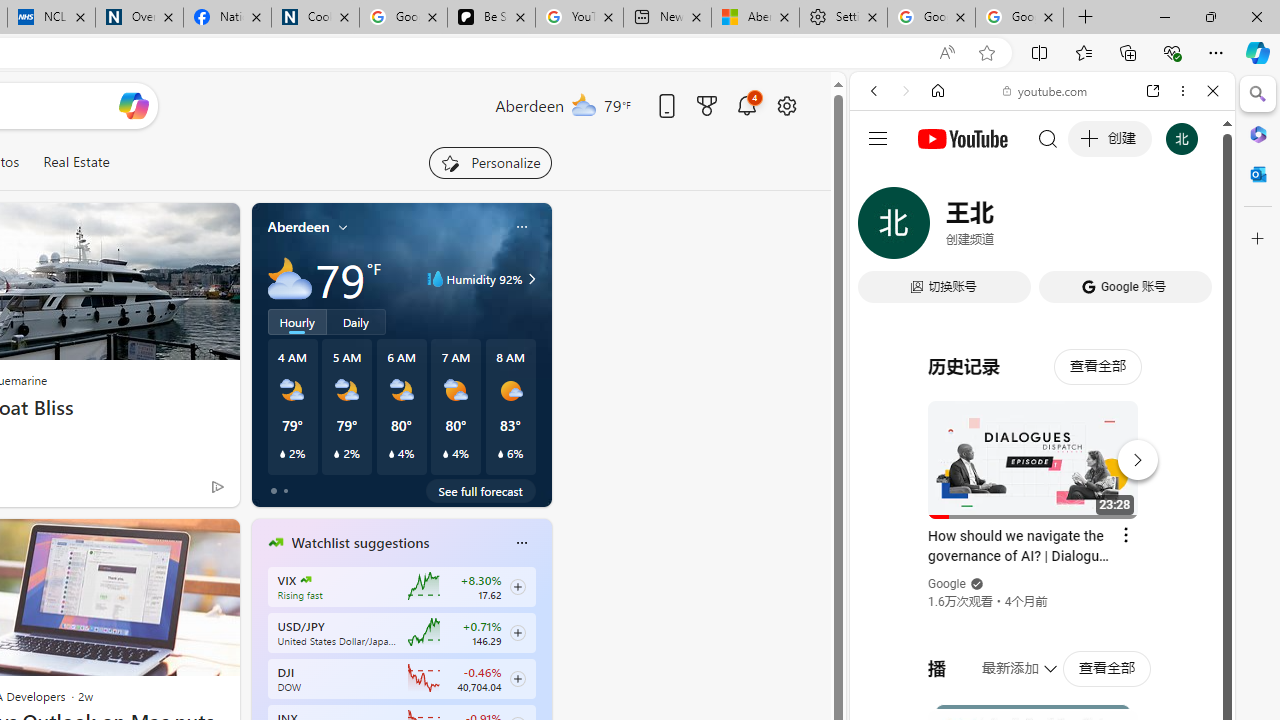 The image size is (1280, 720). What do you see at coordinates (937, 91) in the screenshot?
I see `'Home'` at bounding box center [937, 91].